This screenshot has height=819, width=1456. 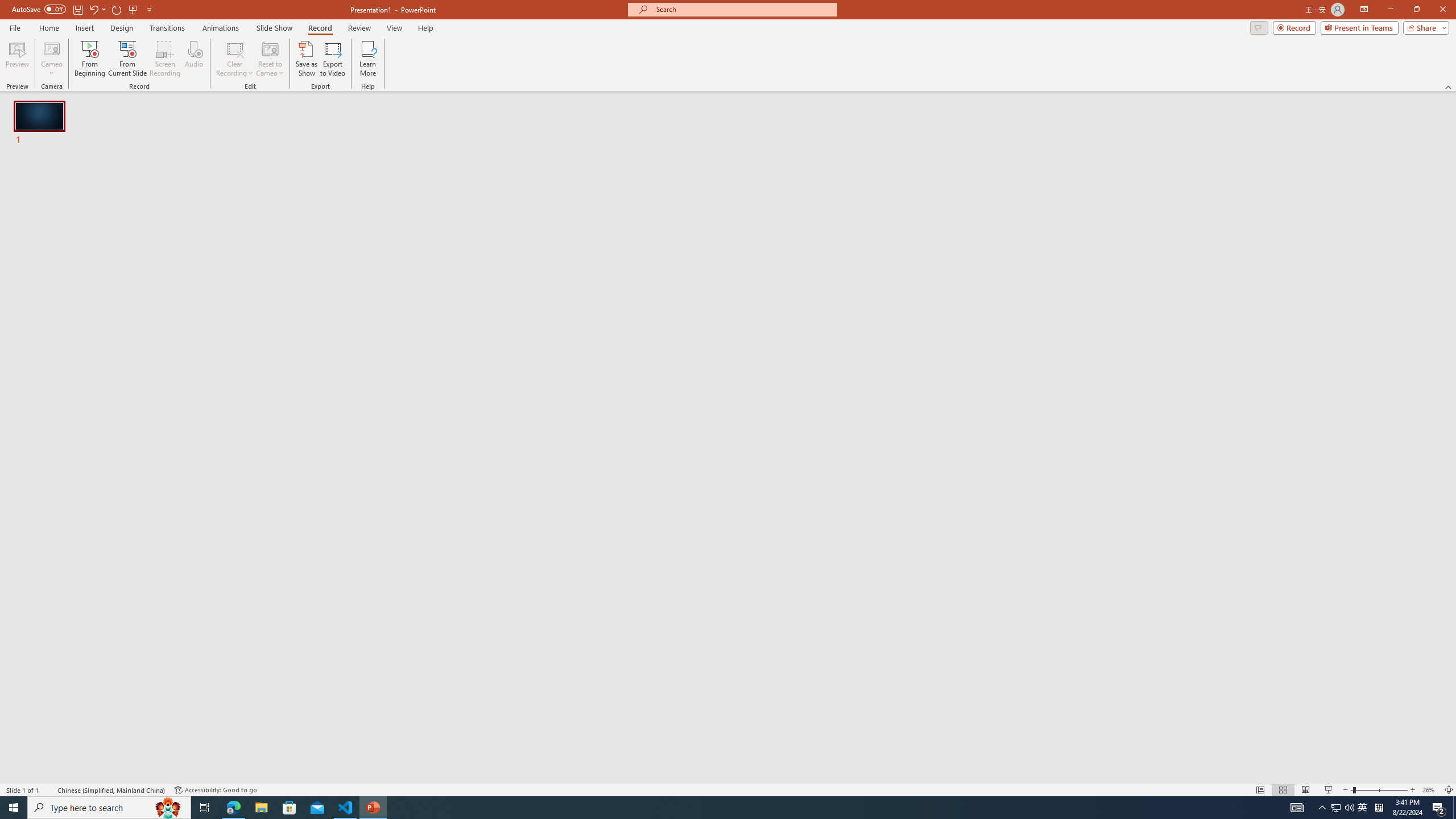 What do you see at coordinates (1430, 790) in the screenshot?
I see `'Zoom 26%'` at bounding box center [1430, 790].